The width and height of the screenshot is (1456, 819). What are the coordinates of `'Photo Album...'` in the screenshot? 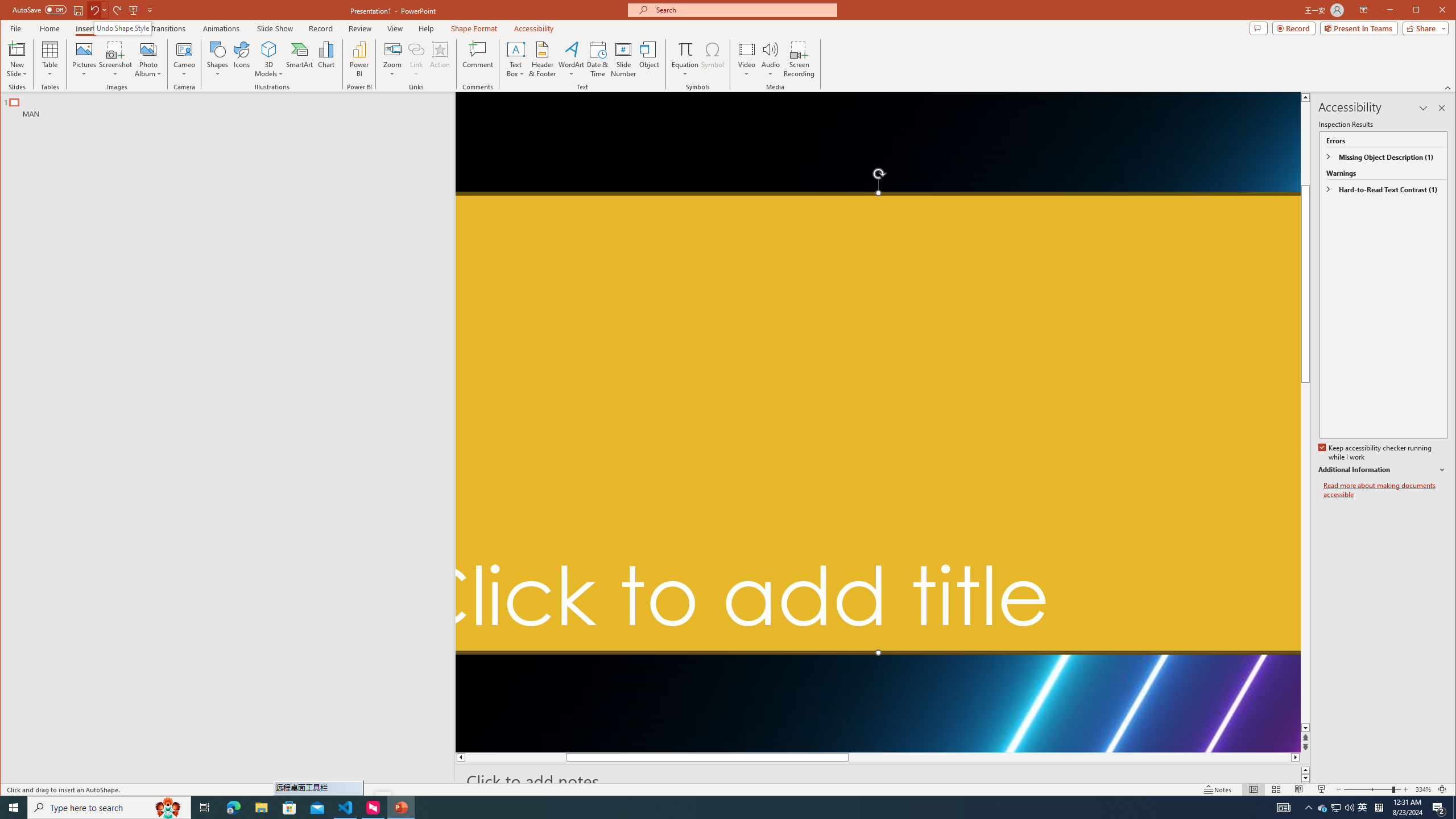 It's located at (148, 59).